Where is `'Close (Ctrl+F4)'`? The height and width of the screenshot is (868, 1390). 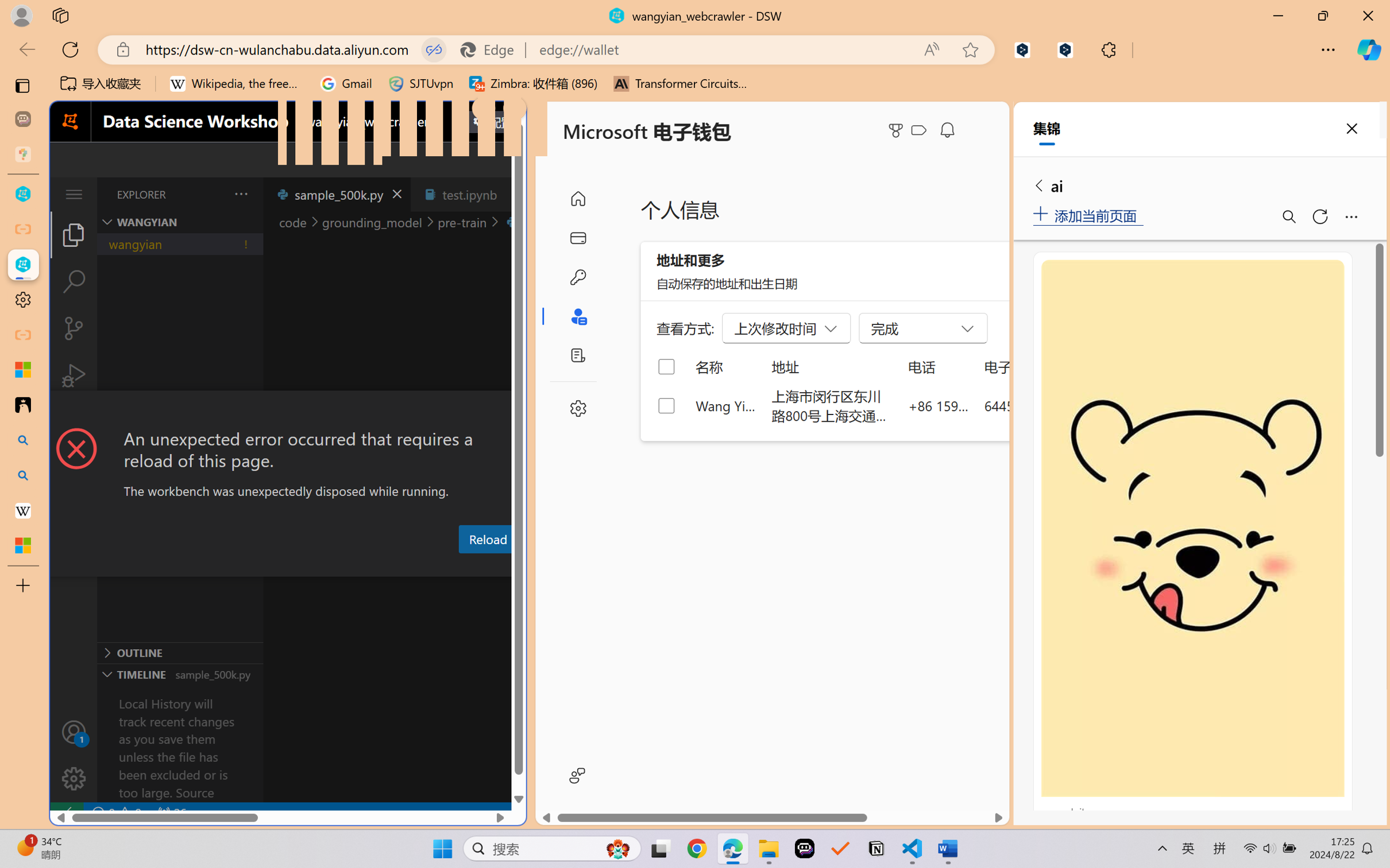
'Close (Ctrl+F4)' is located at coordinates (512, 193).